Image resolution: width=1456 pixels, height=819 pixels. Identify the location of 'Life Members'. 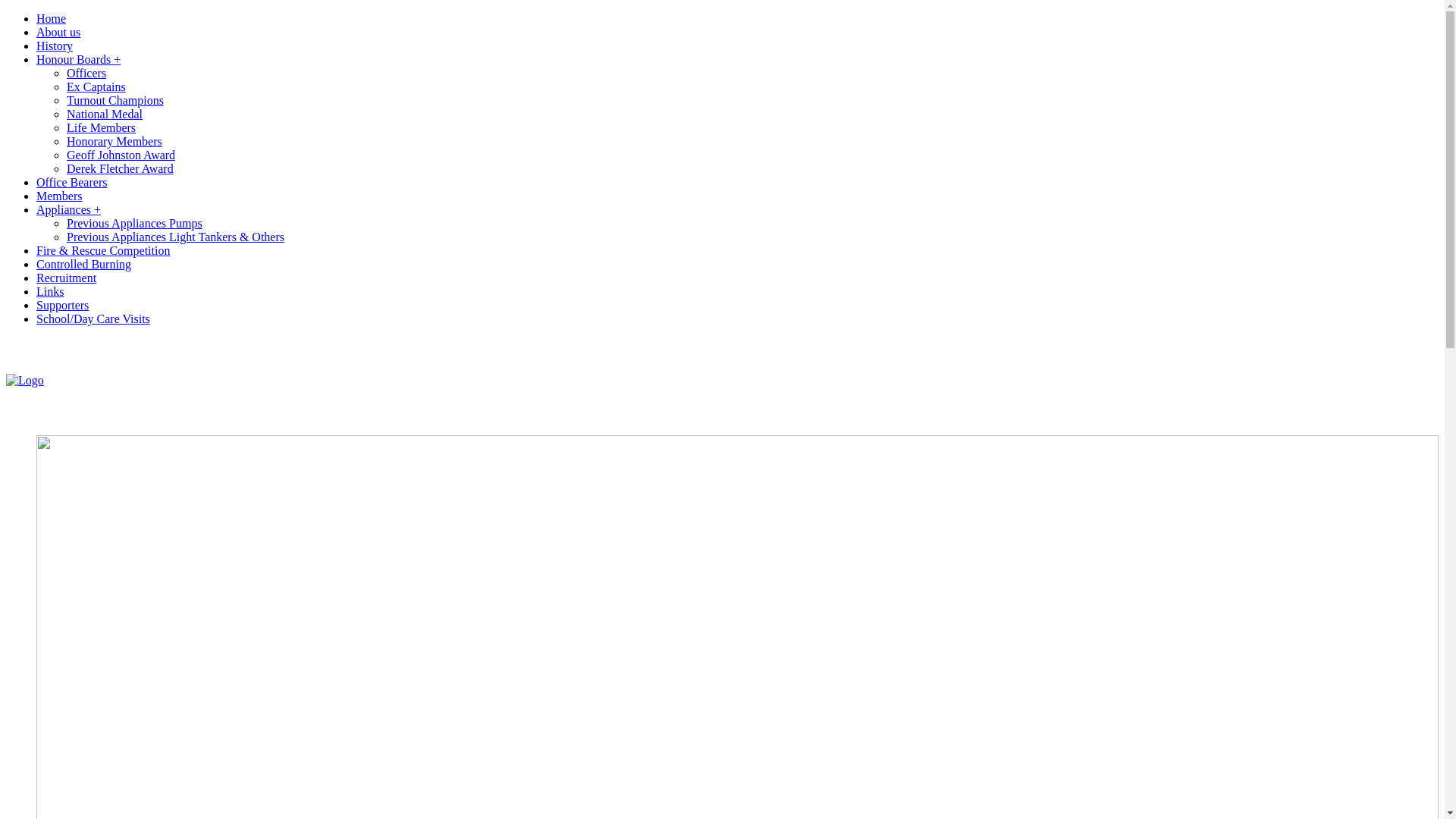
(100, 127).